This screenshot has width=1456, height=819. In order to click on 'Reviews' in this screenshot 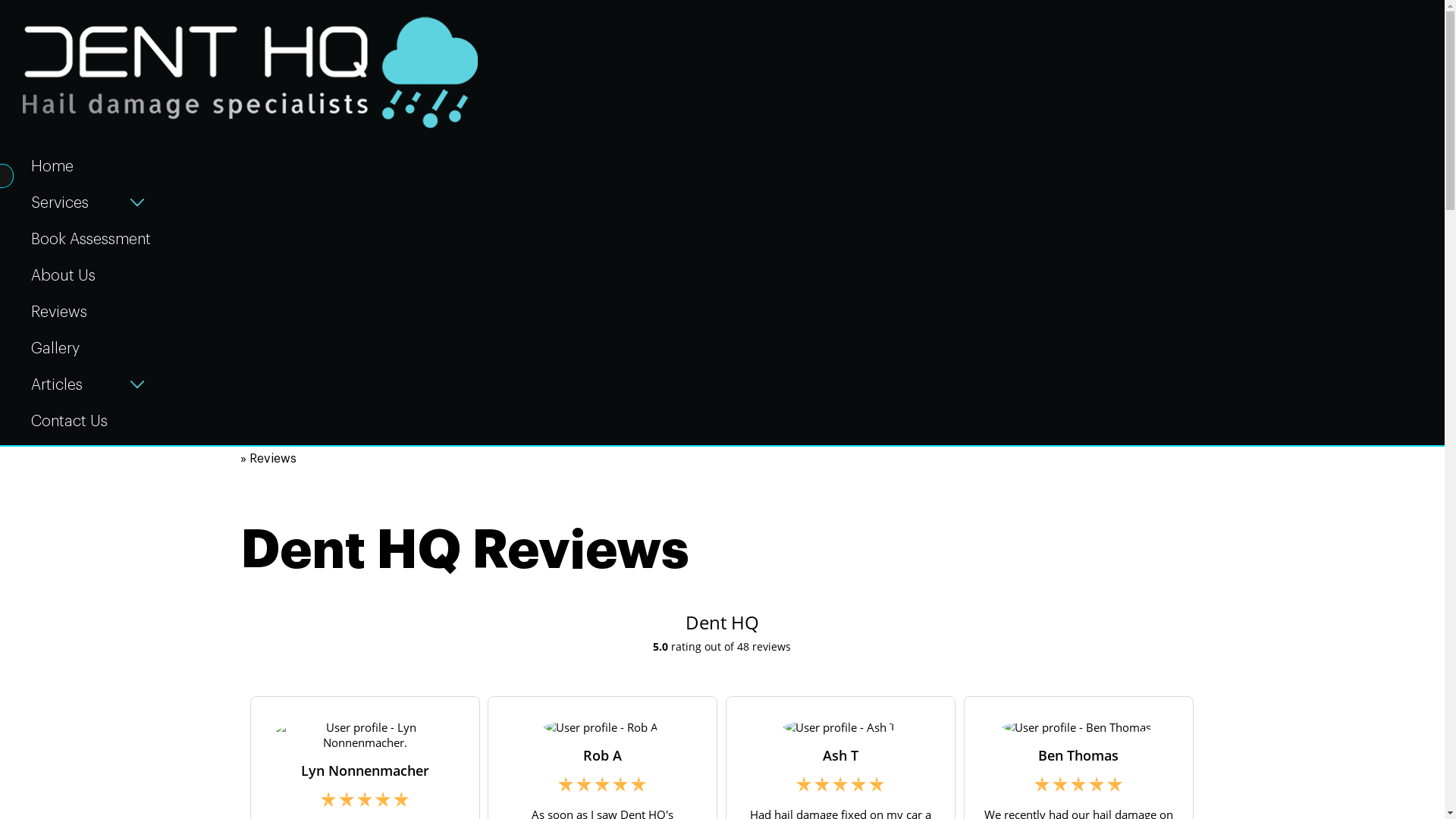, I will do `click(90, 309)`.